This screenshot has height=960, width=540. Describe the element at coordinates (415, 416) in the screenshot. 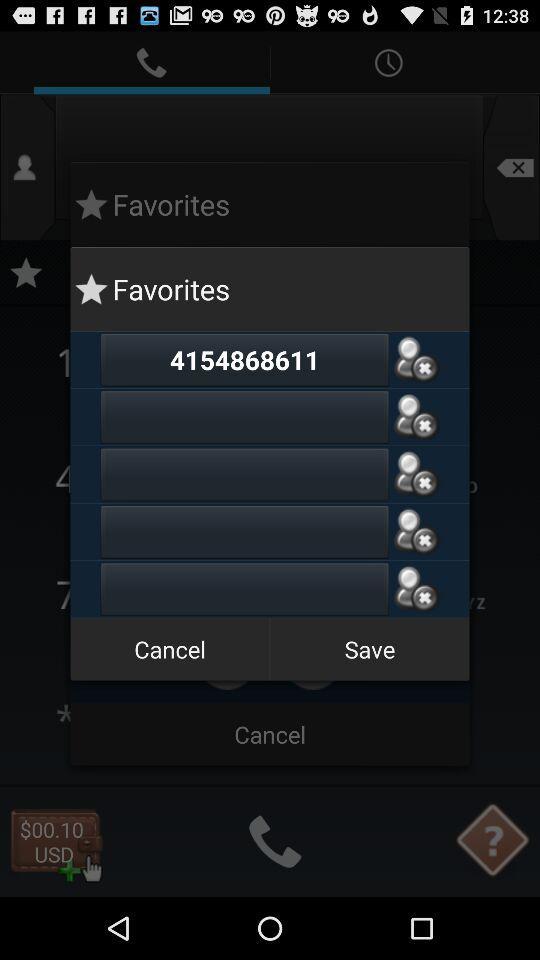

I see `number to favorites` at that location.